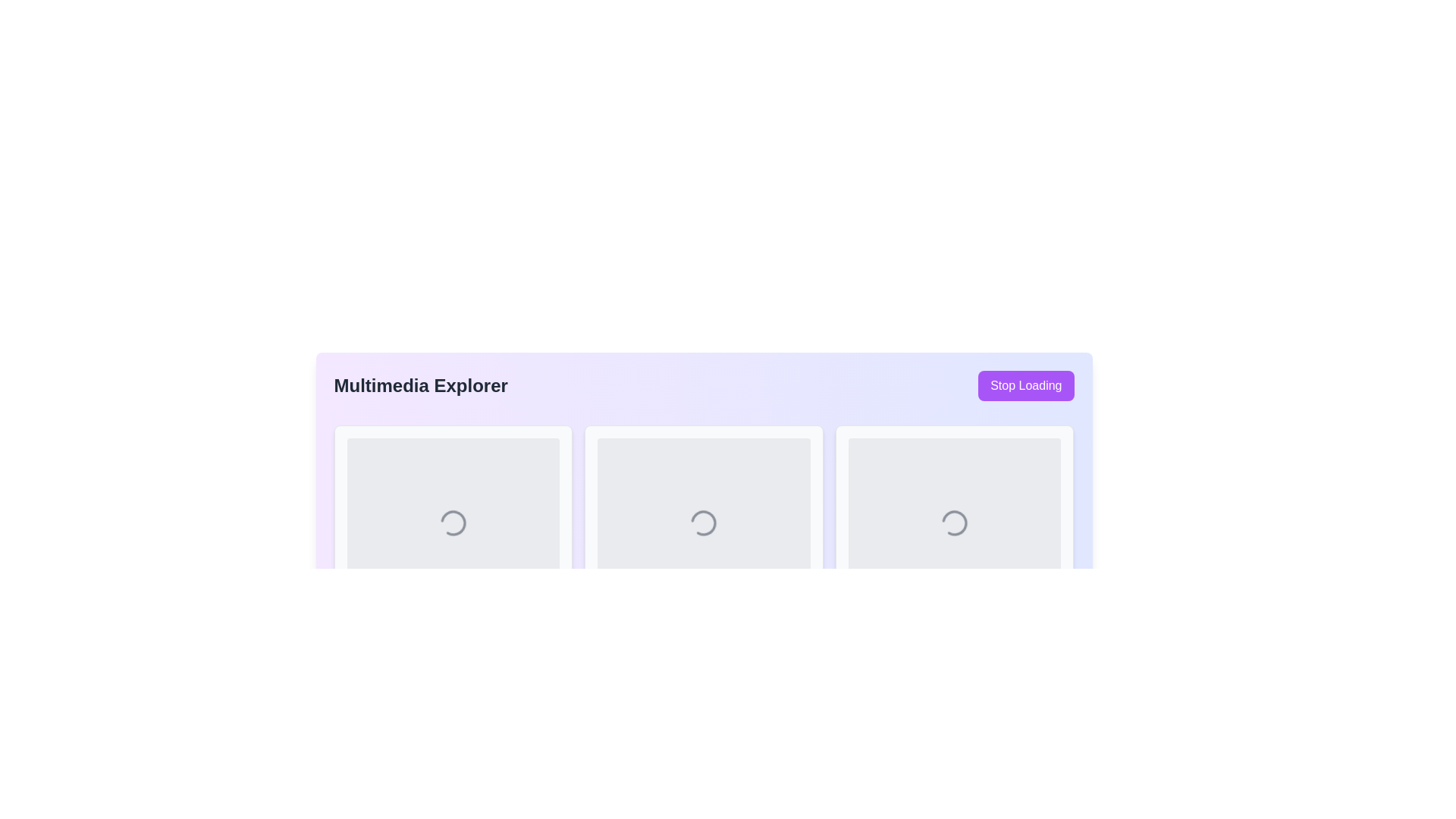 Image resolution: width=1456 pixels, height=819 pixels. Describe the element at coordinates (421, 385) in the screenshot. I see `the Text Label that displays 'Multimedia Explorer', which is styled with a large, bold font in dark gray, located centrally on the top row of the interface` at that location.